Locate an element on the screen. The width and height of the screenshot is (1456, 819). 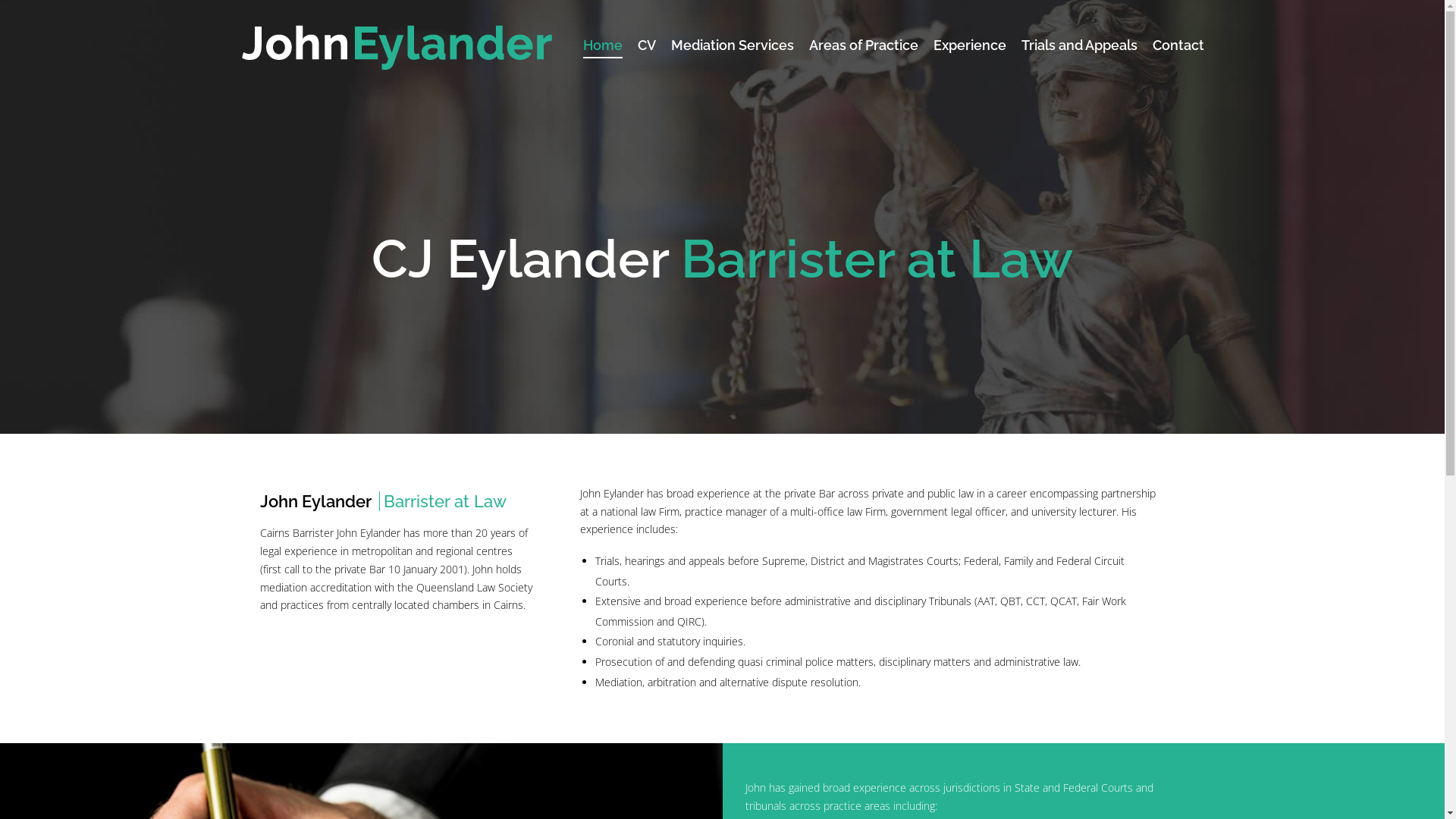
'Home' is located at coordinates (602, 45).